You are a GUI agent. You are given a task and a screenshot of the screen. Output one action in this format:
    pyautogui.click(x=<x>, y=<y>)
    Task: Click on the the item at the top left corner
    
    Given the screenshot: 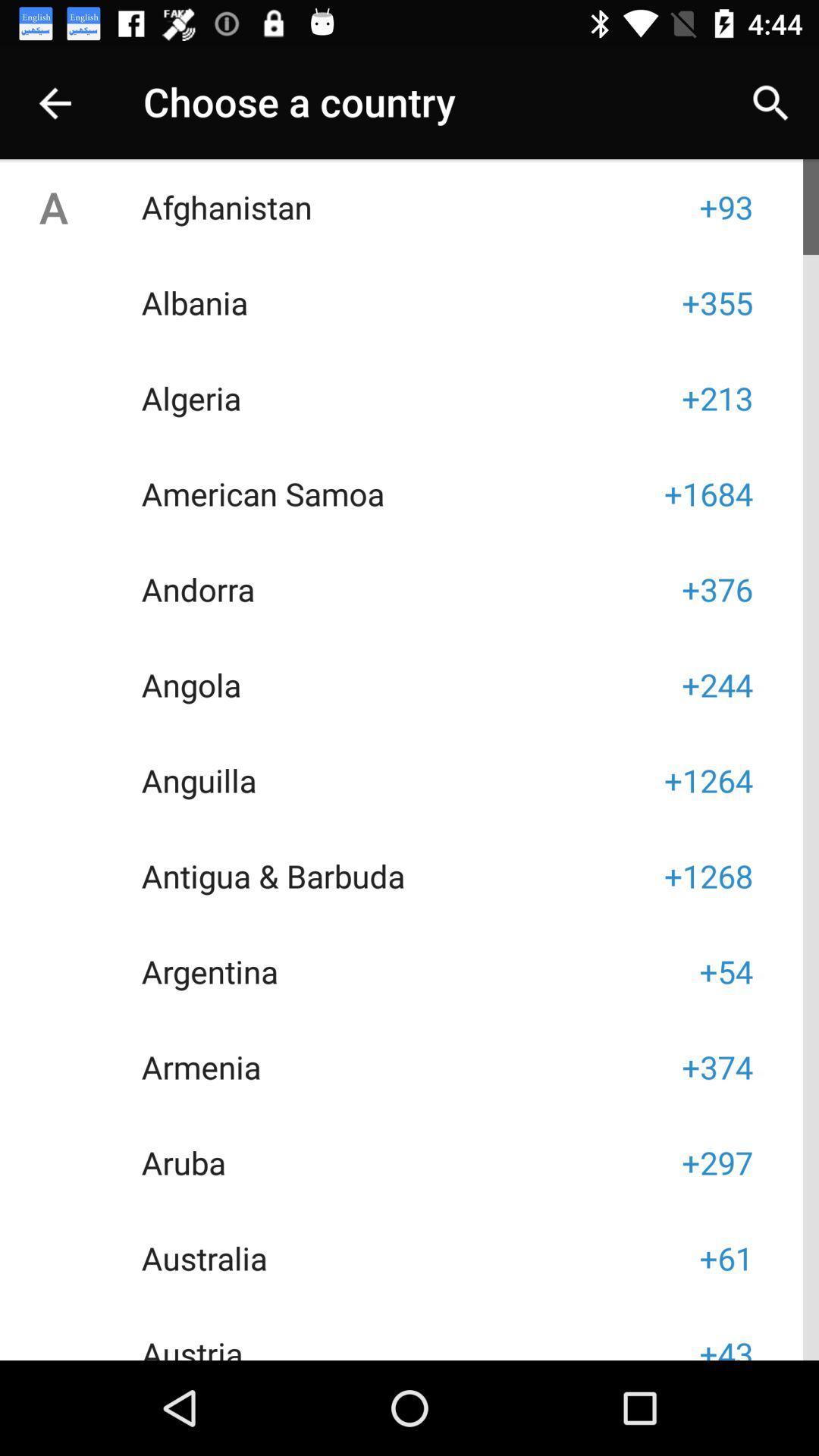 What is the action you would take?
    pyautogui.click(x=52, y=102)
    